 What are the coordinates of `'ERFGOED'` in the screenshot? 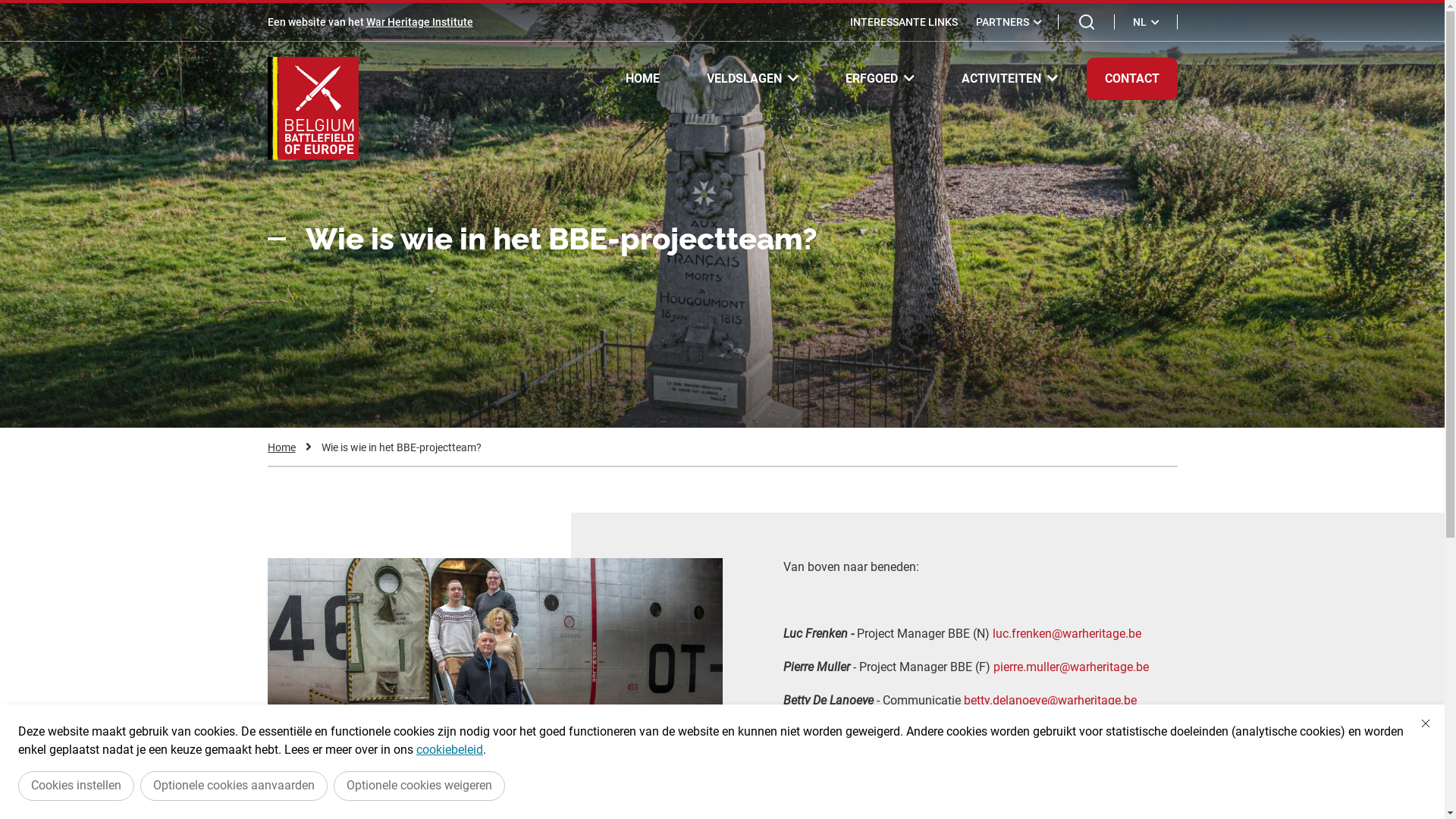 It's located at (879, 78).